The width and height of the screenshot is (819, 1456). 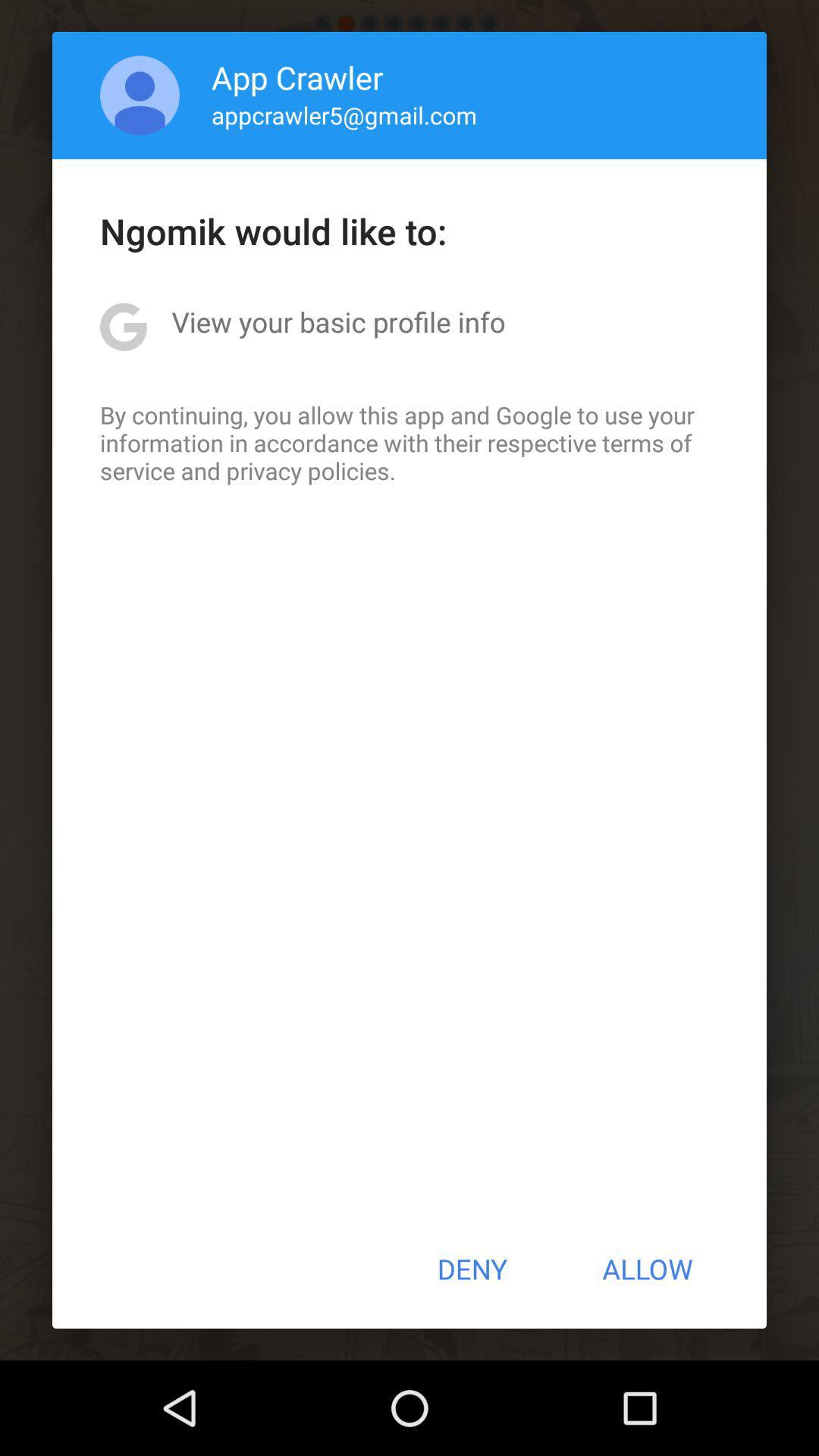 What do you see at coordinates (471, 1269) in the screenshot?
I see `the deny` at bounding box center [471, 1269].